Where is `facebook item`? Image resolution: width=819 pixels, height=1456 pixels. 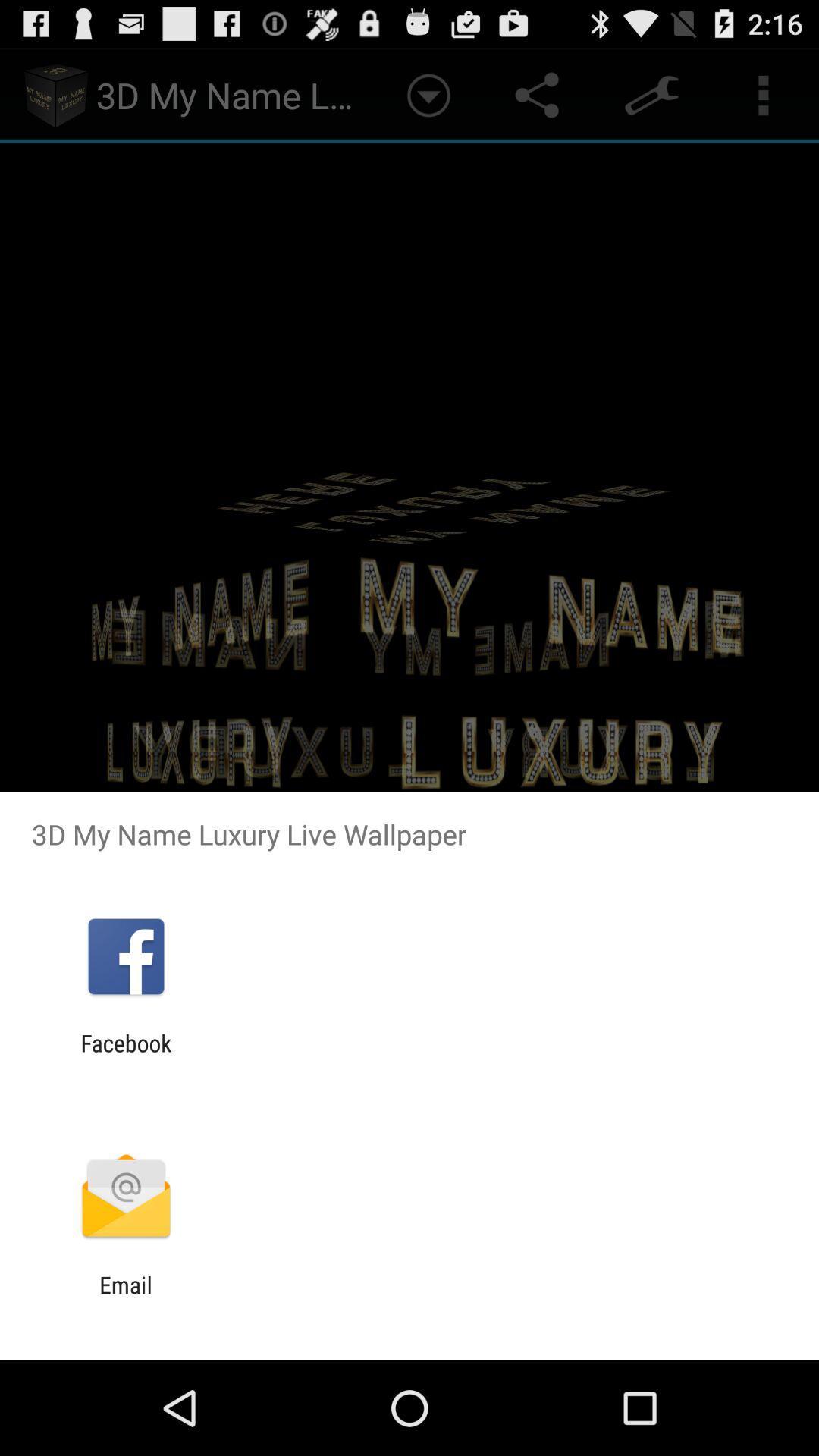
facebook item is located at coordinates (125, 1056).